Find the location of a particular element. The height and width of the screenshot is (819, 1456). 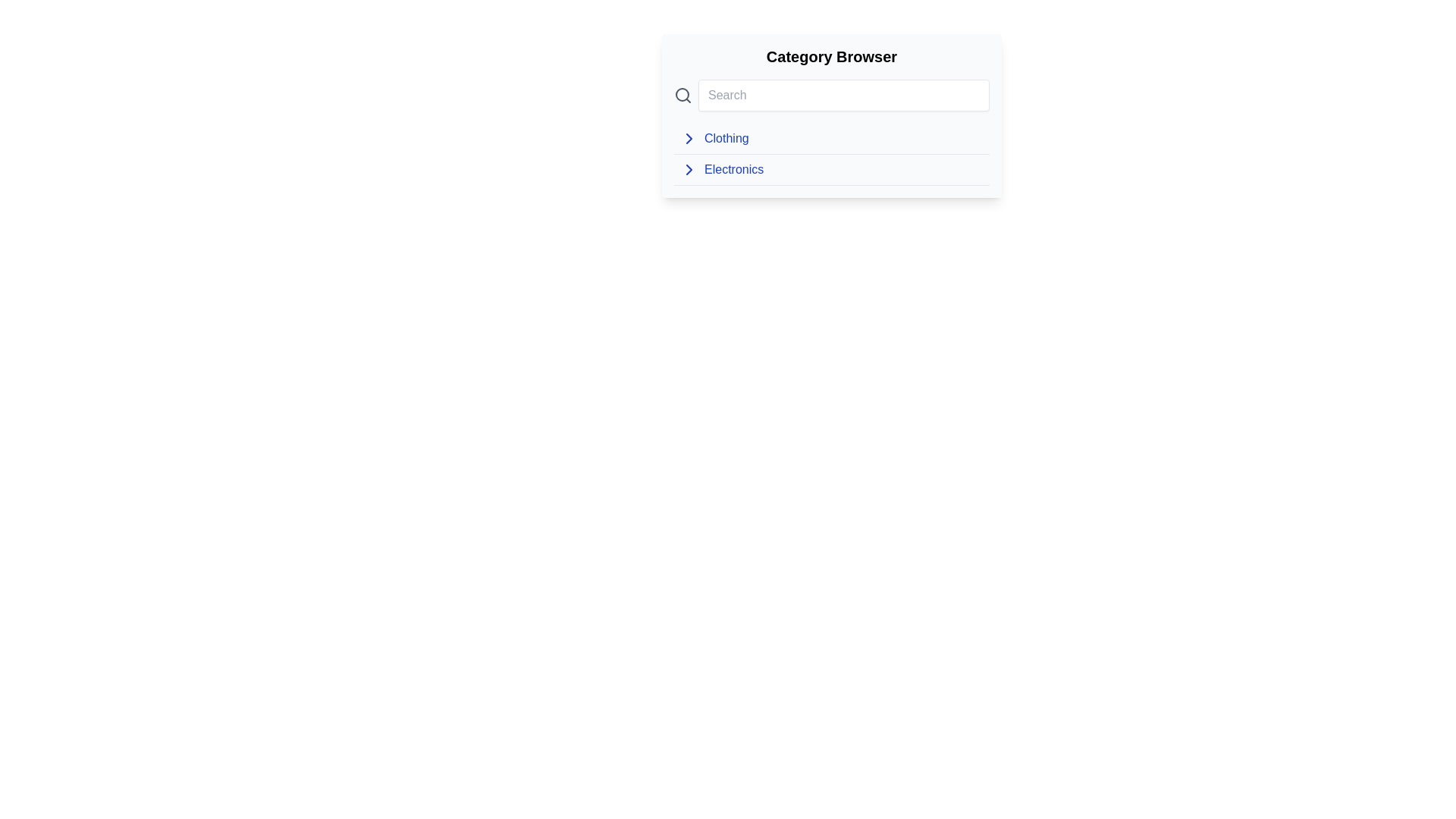

the 'Electronics' category selector menu item located under the 'Category Browser' is located at coordinates (831, 170).